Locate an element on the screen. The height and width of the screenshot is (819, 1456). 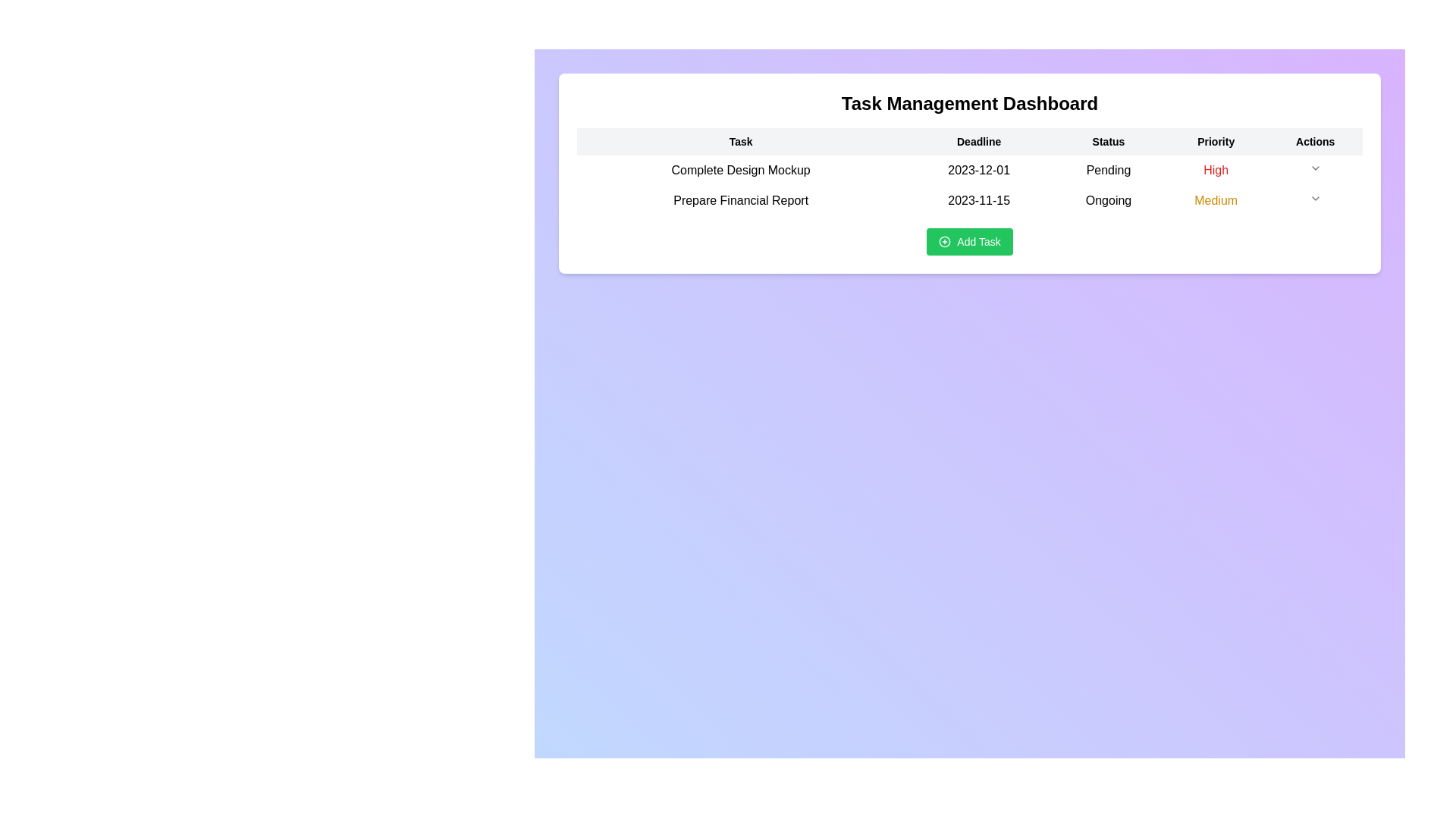
the down arrow of the Dropdown toggle icon in the 'Actions' column of the second row in the 'Task Management Dashboard' is located at coordinates (1314, 168).